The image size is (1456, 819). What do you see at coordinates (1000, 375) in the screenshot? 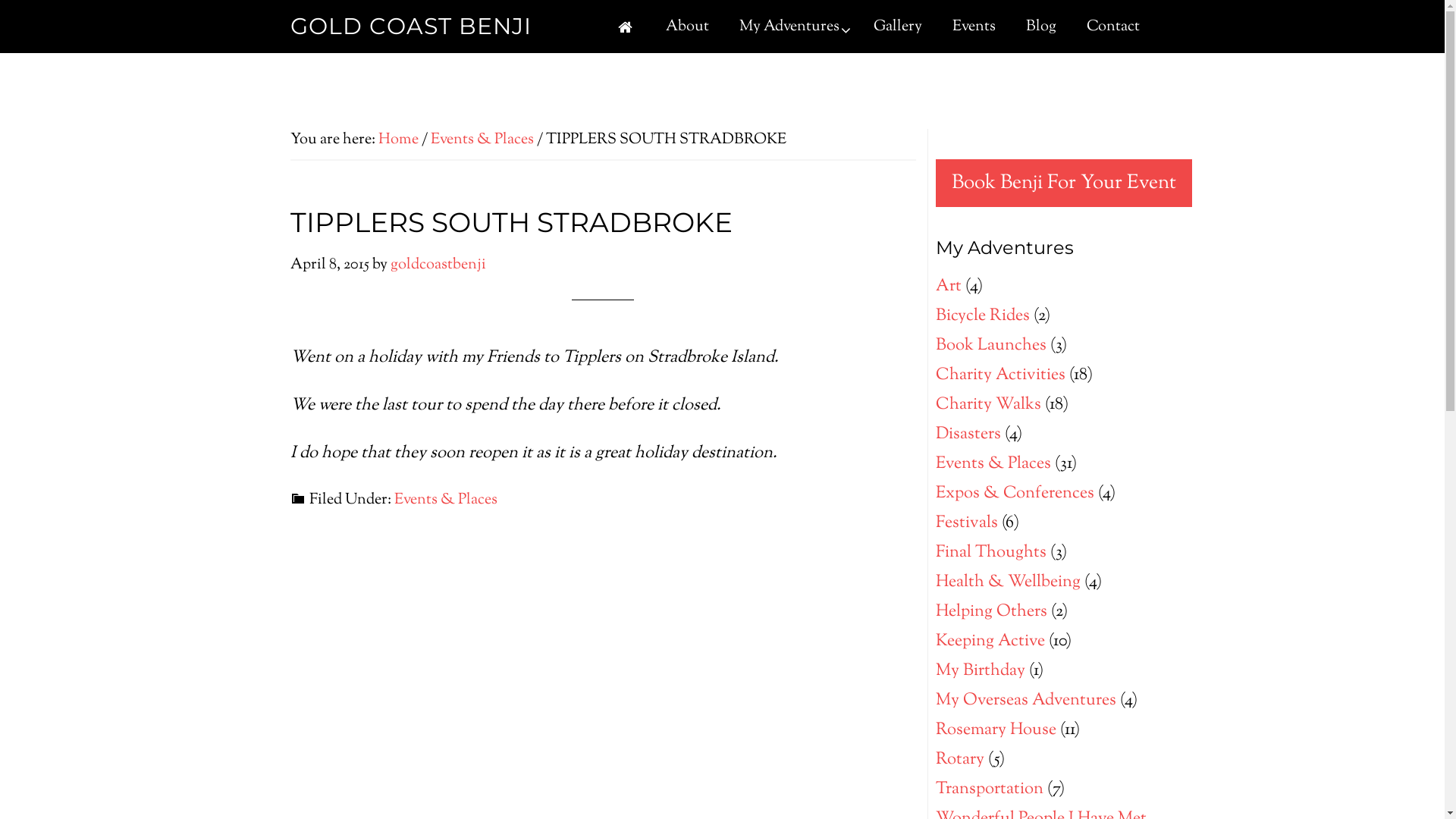
I see `'Charity Activities'` at bounding box center [1000, 375].